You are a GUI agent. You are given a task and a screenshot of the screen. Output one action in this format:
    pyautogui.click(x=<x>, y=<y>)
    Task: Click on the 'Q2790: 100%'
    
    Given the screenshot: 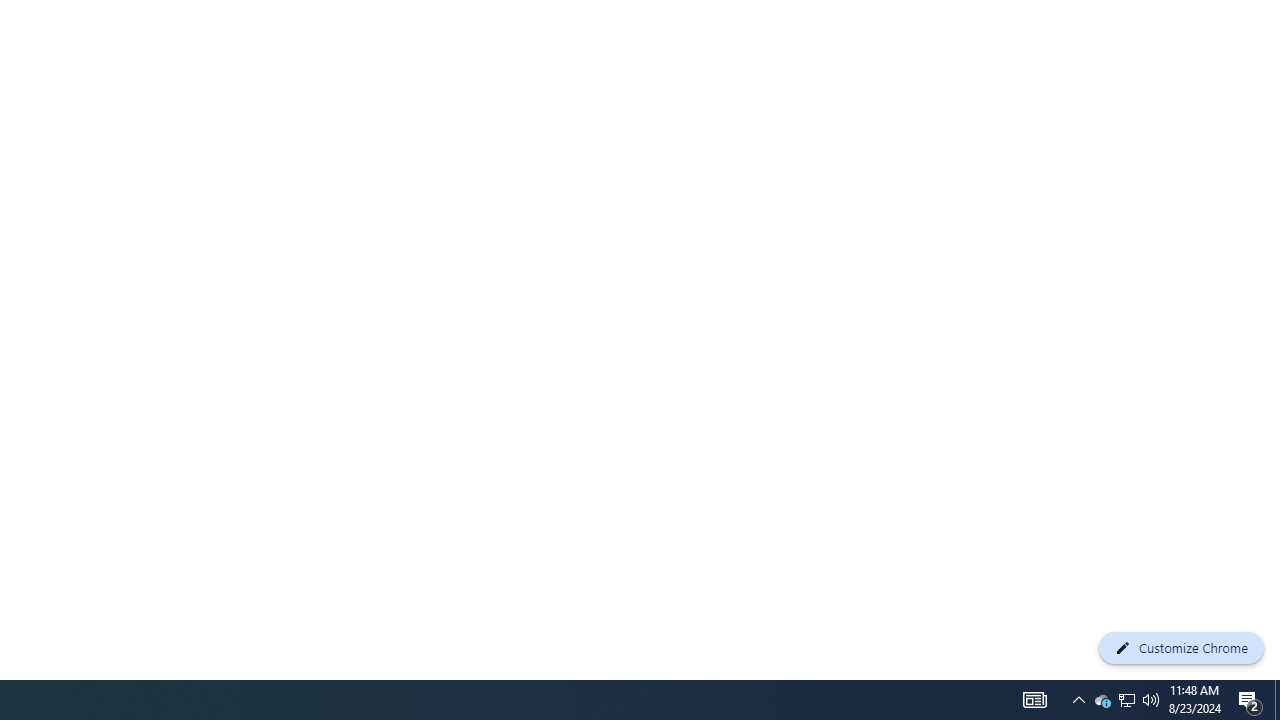 What is the action you would take?
    pyautogui.click(x=1151, y=698)
    